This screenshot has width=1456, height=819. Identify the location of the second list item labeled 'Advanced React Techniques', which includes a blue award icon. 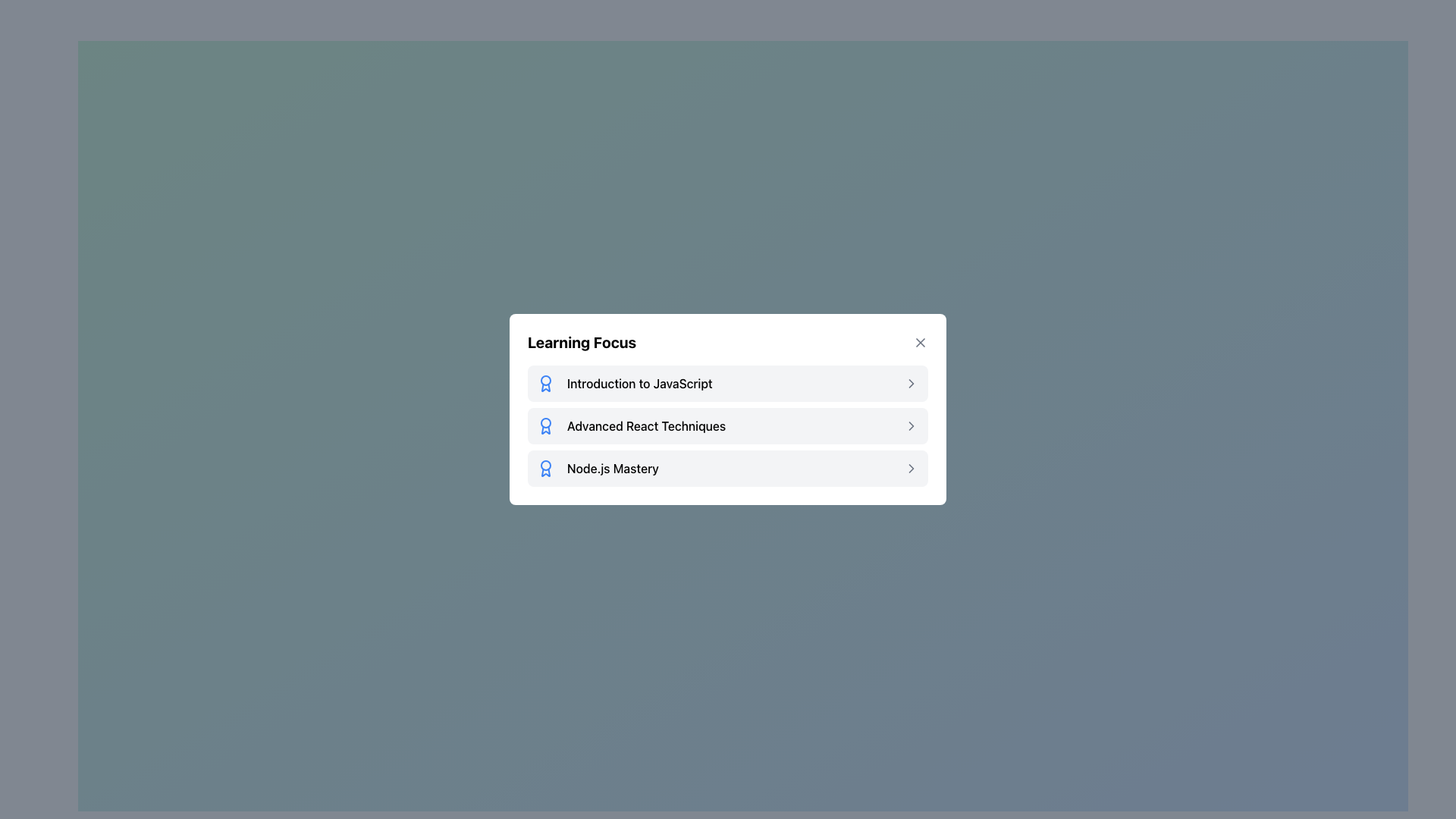
(631, 426).